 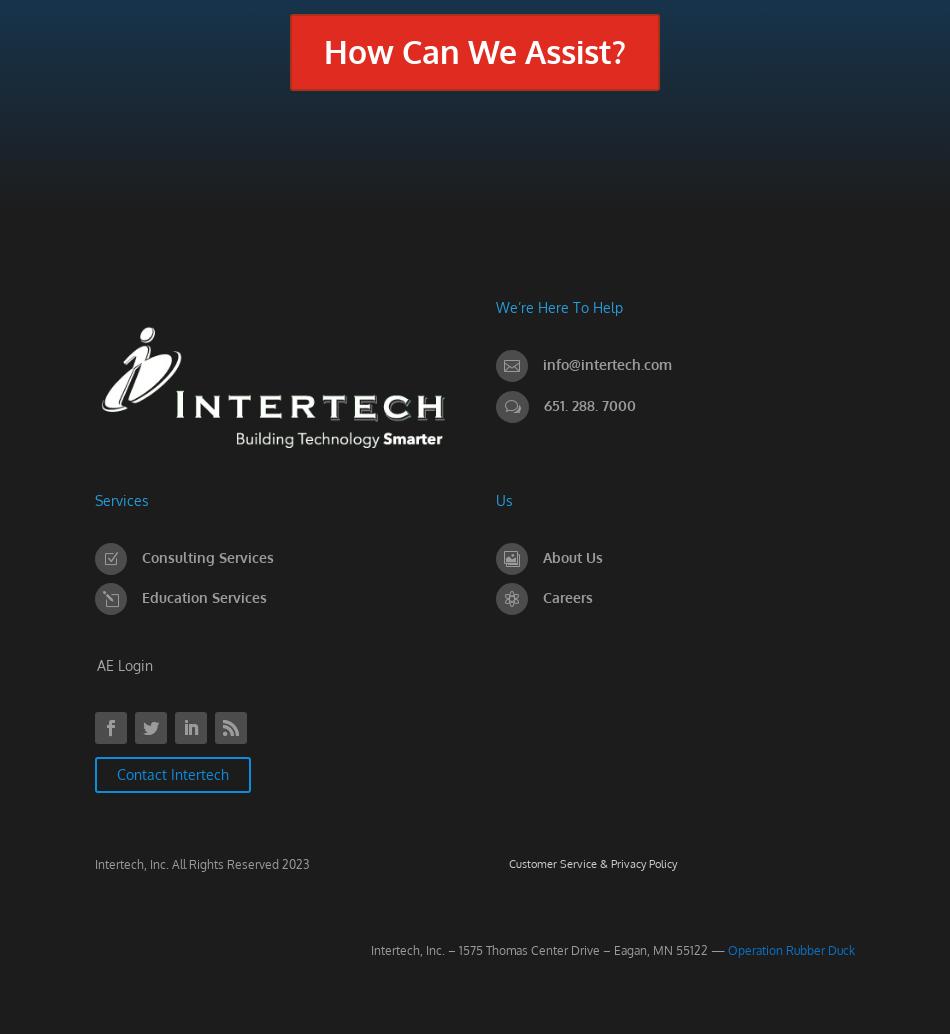 I want to click on 'l', so click(x=110, y=598).